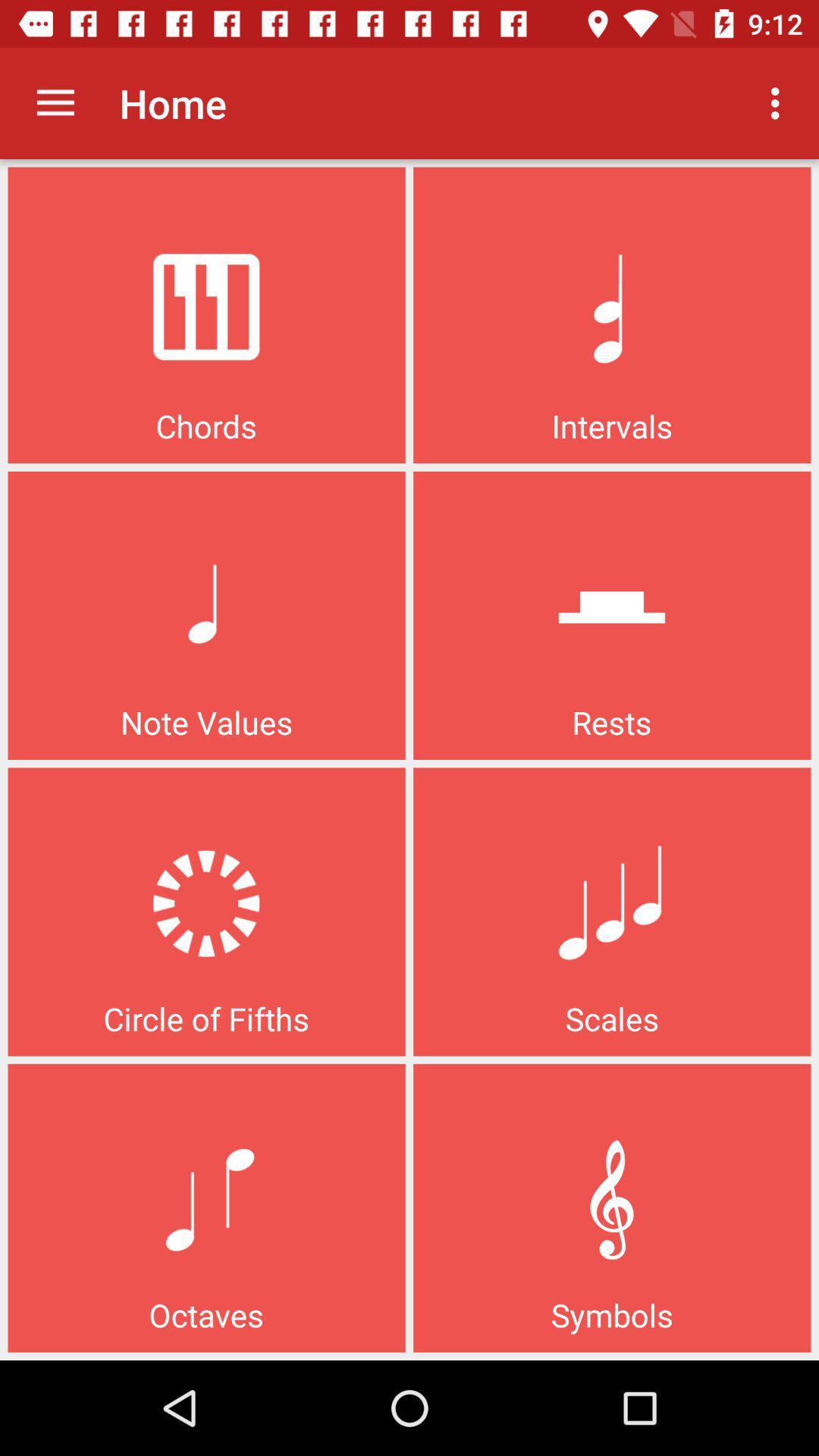 This screenshot has width=819, height=1456. Describe the element at coordinates (55, 102) in the screenshot. I see `the app to the left of home app` at that location.